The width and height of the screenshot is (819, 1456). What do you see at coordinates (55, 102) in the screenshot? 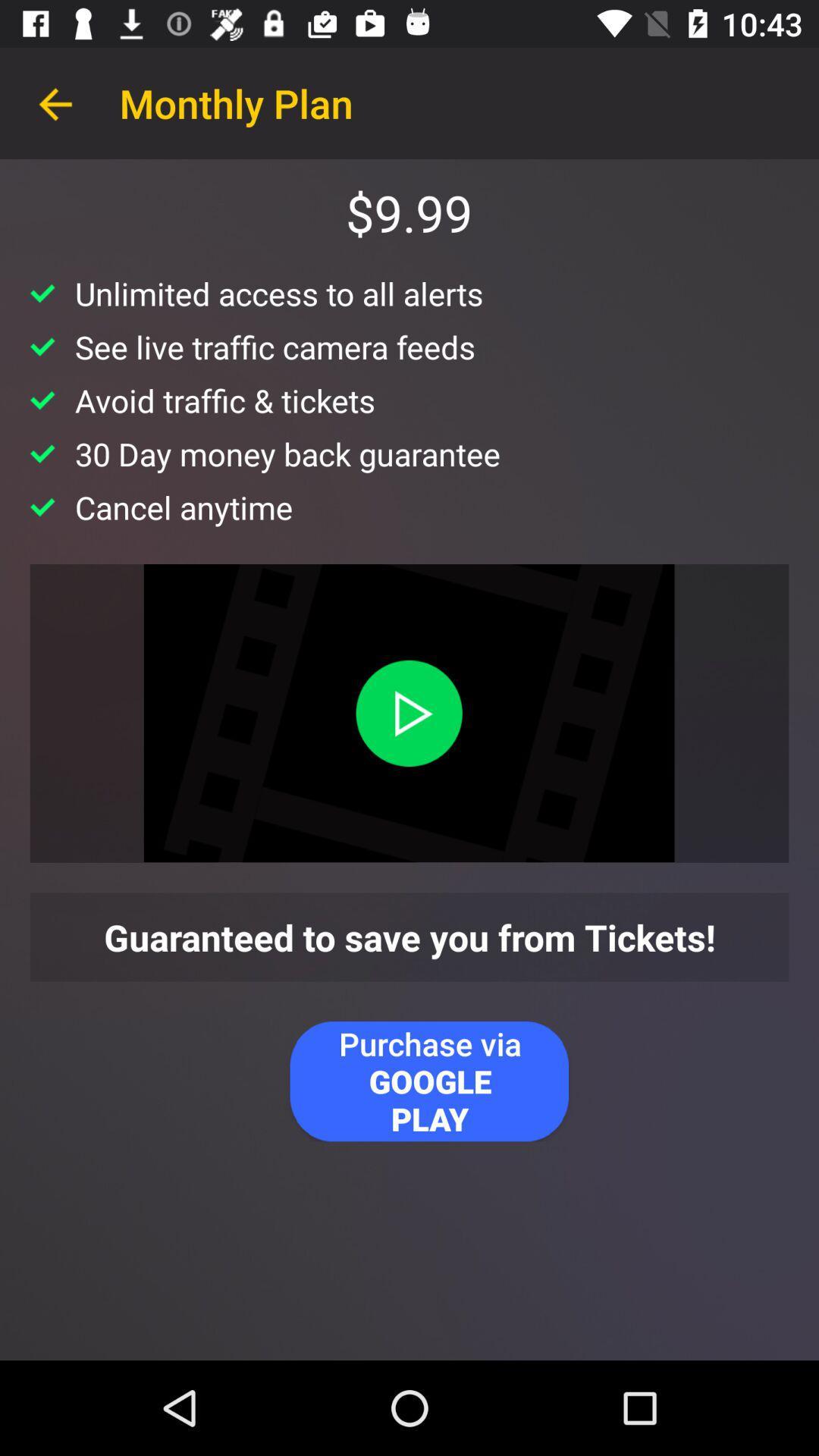
I see `item next to monthly plan item` at bounding box center [55, 102].